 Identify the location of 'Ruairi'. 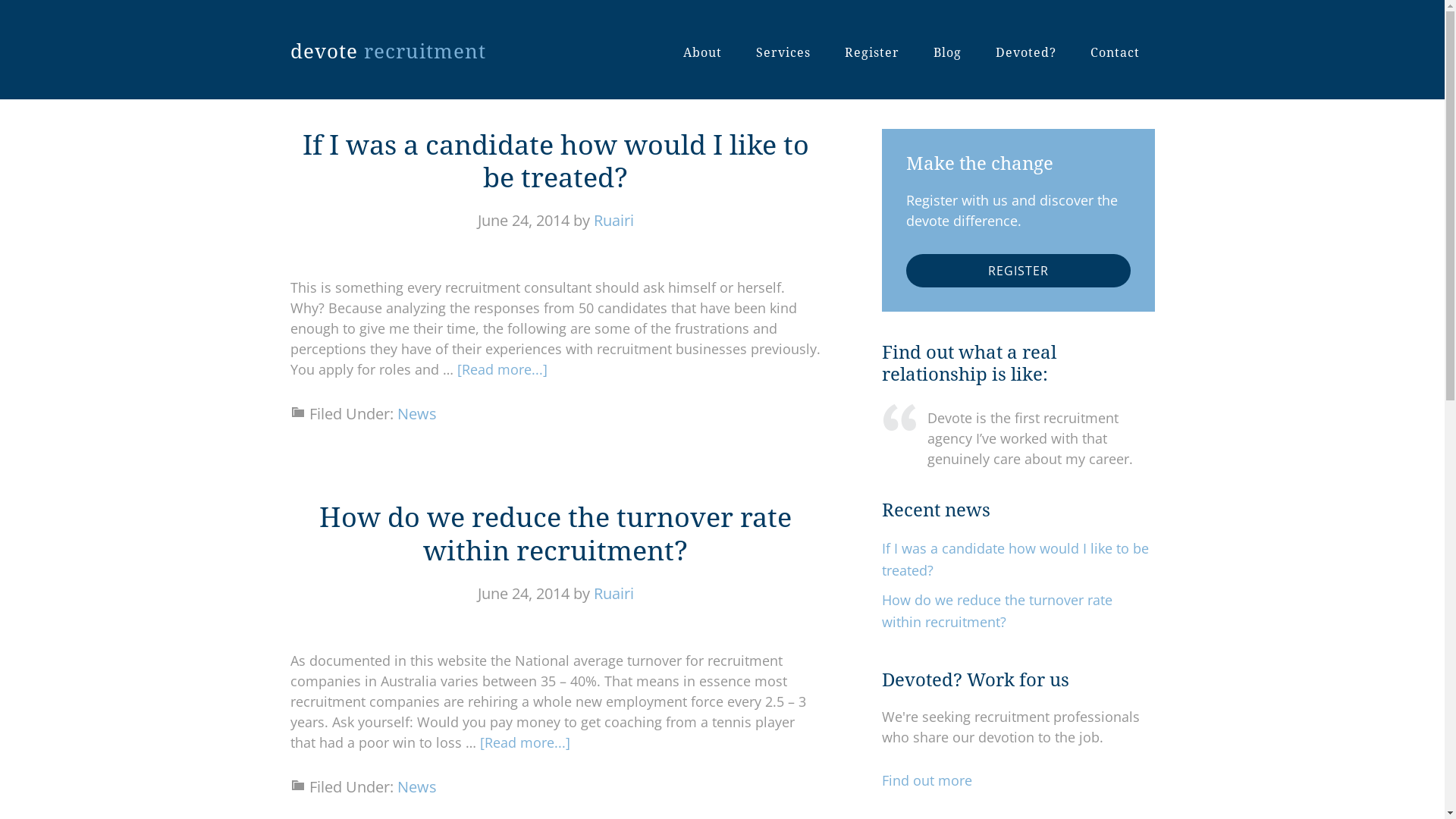
(613, 220).